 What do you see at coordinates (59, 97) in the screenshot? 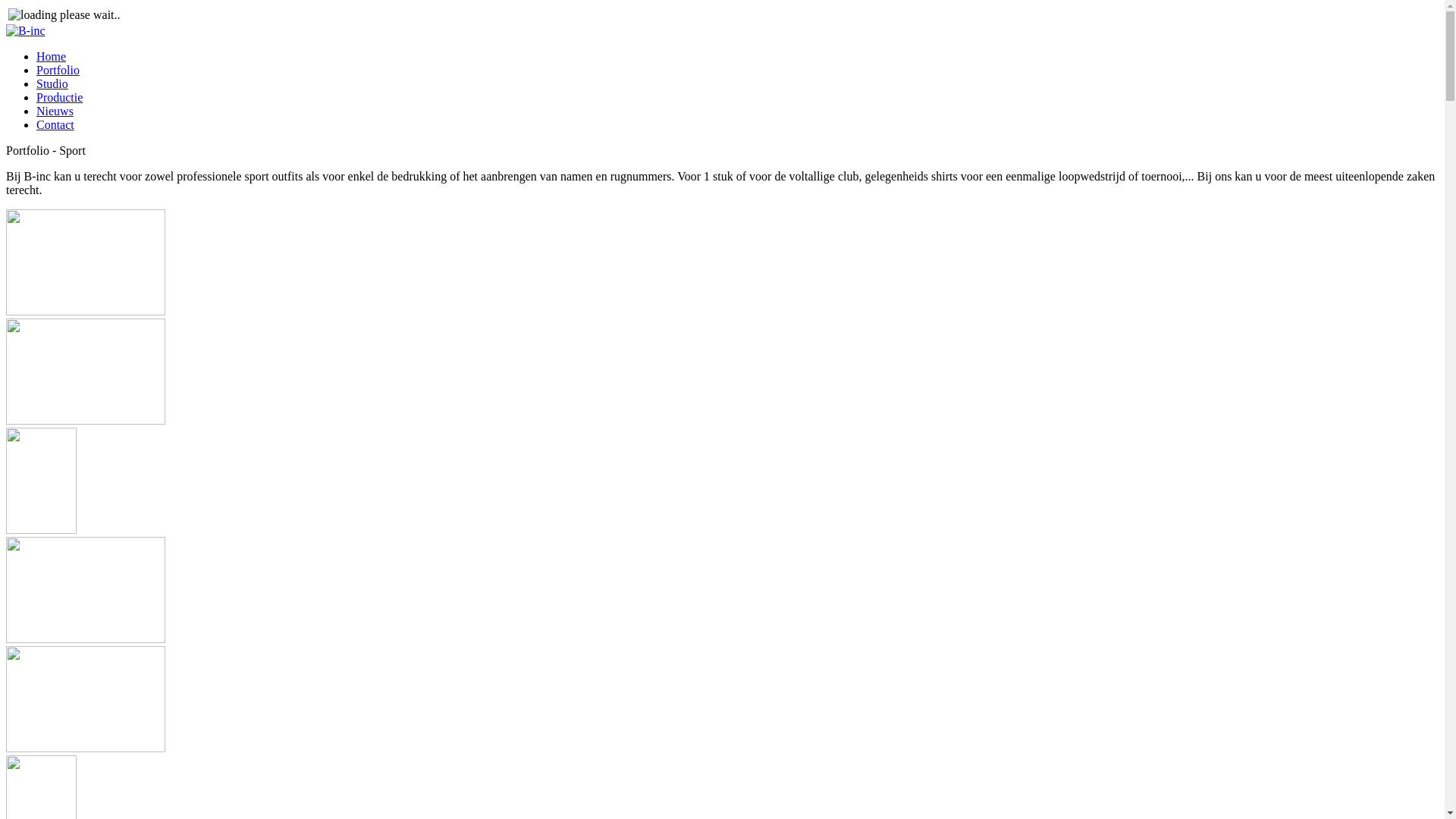
I see `'Productie'` at bounding box center [59, 97].